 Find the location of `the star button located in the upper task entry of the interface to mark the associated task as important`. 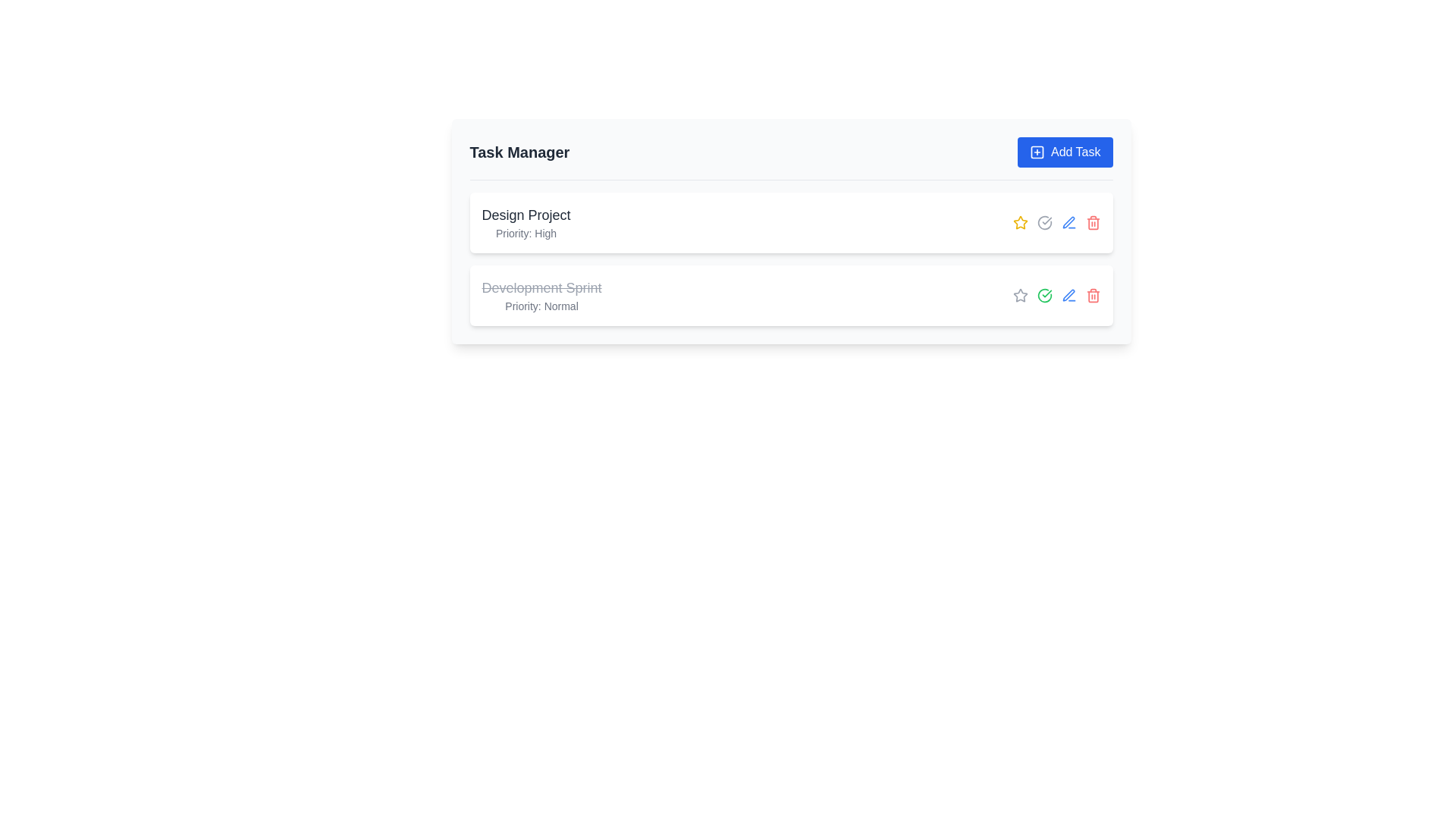

the star button located in the upper task entry of the interface to mark the associated task as important is located at coordinates (1020, 222).